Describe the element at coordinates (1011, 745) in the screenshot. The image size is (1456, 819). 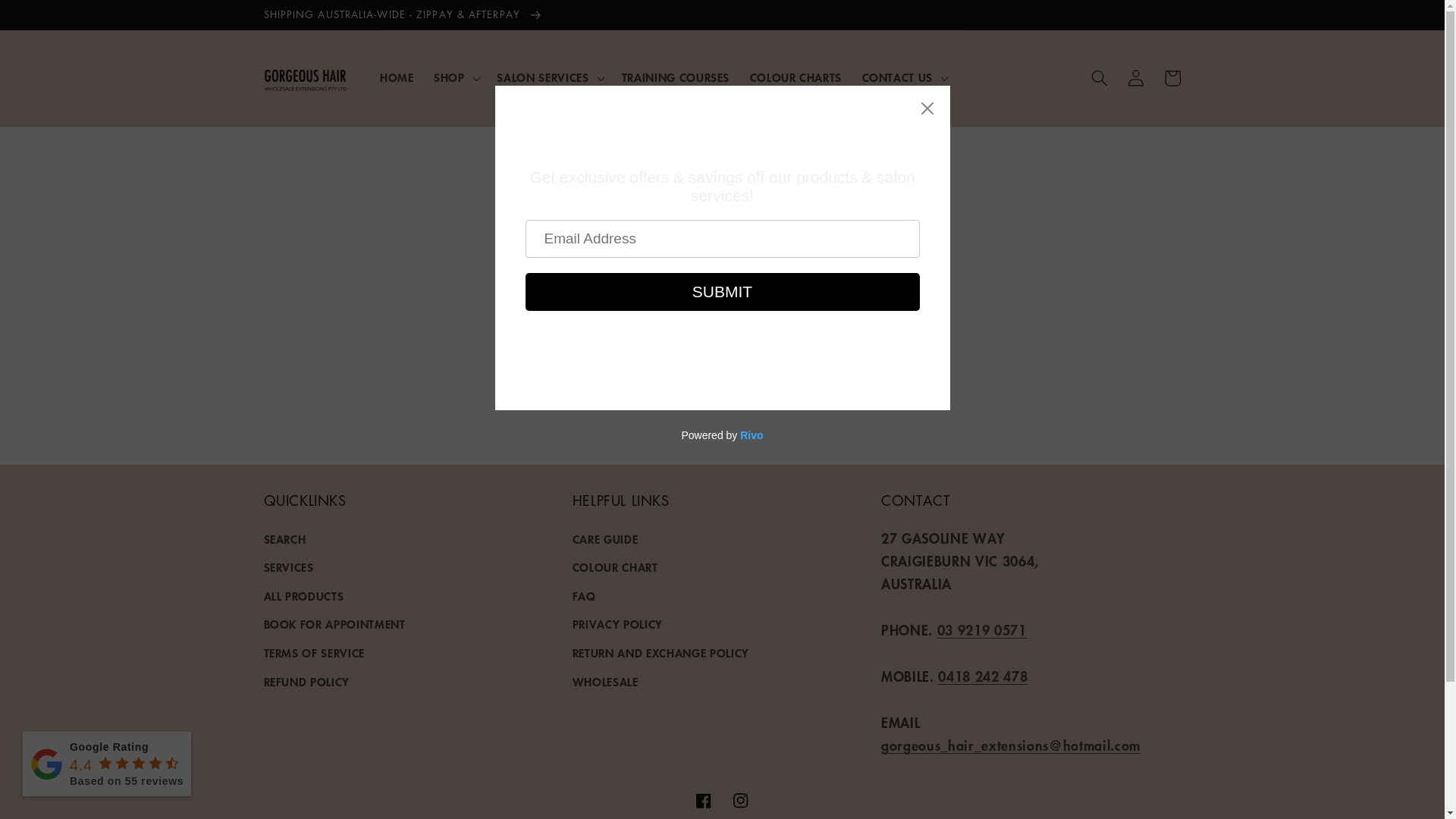
I see `'gorgeous_hair_extensions@hotmail.com'` at that location.